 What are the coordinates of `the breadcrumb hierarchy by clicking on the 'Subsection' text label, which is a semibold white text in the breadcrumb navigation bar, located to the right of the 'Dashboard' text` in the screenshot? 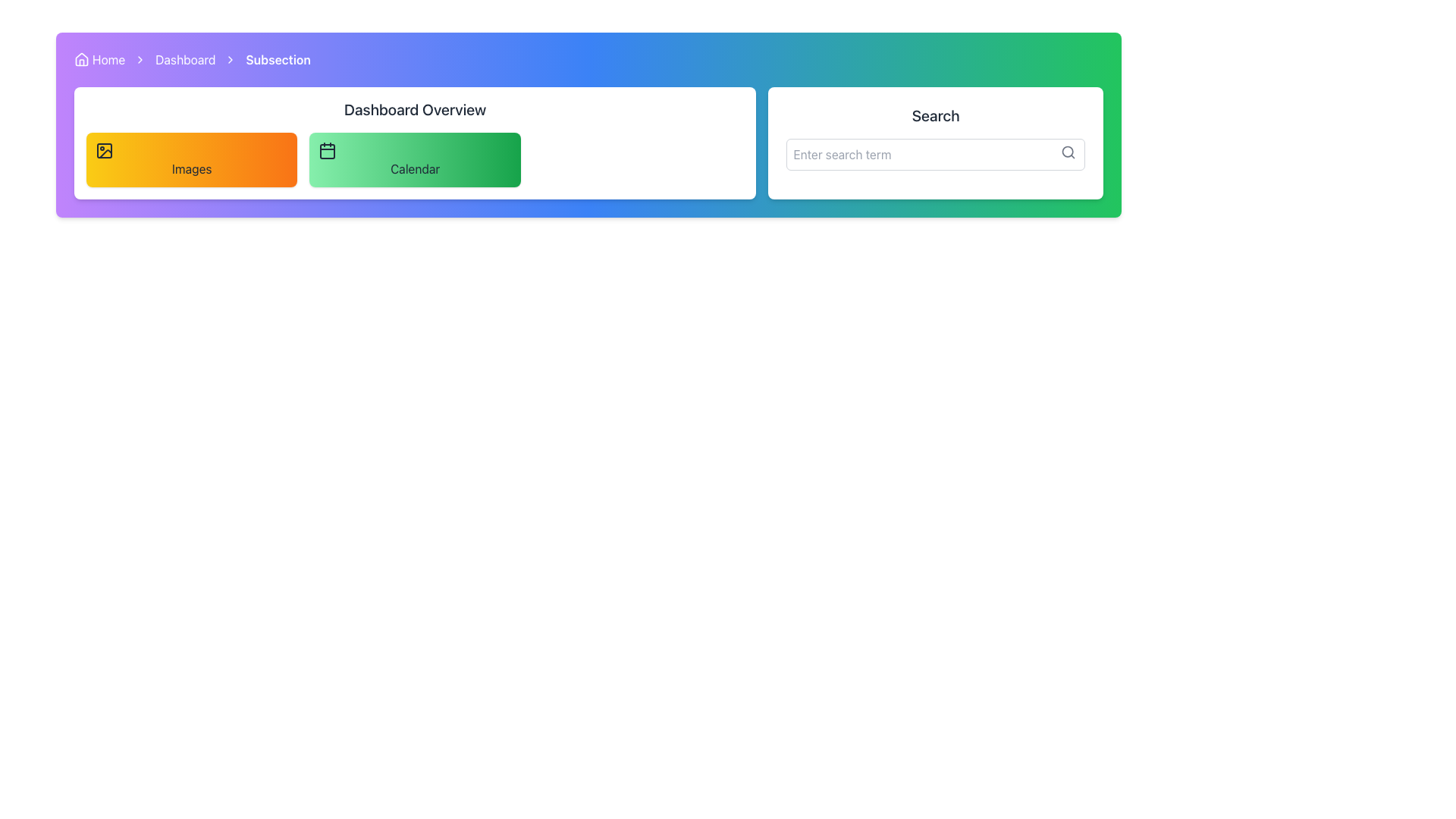 It's located at (278, 58).